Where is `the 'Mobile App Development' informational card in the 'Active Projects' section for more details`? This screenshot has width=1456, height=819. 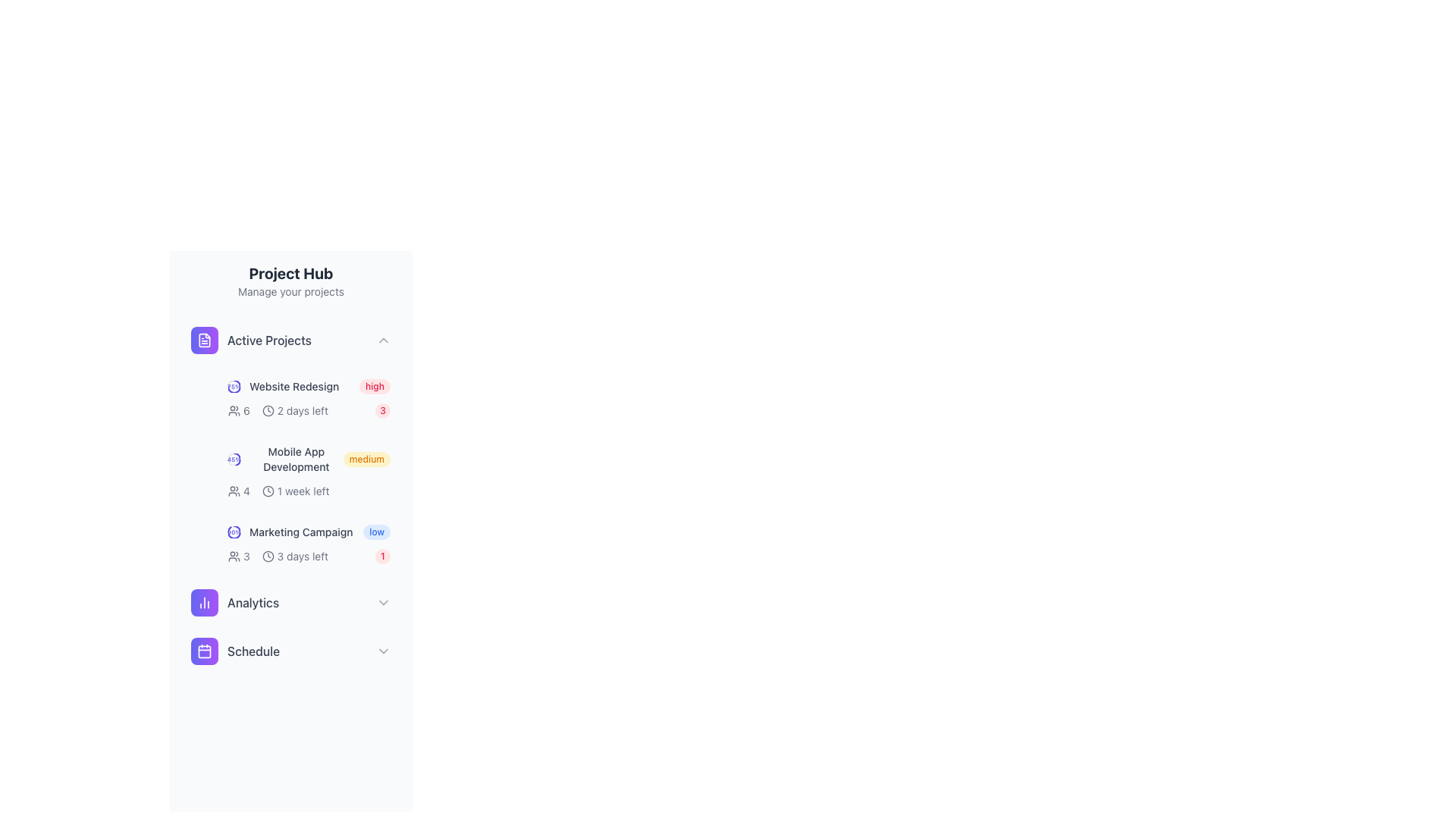
the 'Mobile App Development' informational card in the 'Active Projects' section for more details is located at coordinates (291, 444).